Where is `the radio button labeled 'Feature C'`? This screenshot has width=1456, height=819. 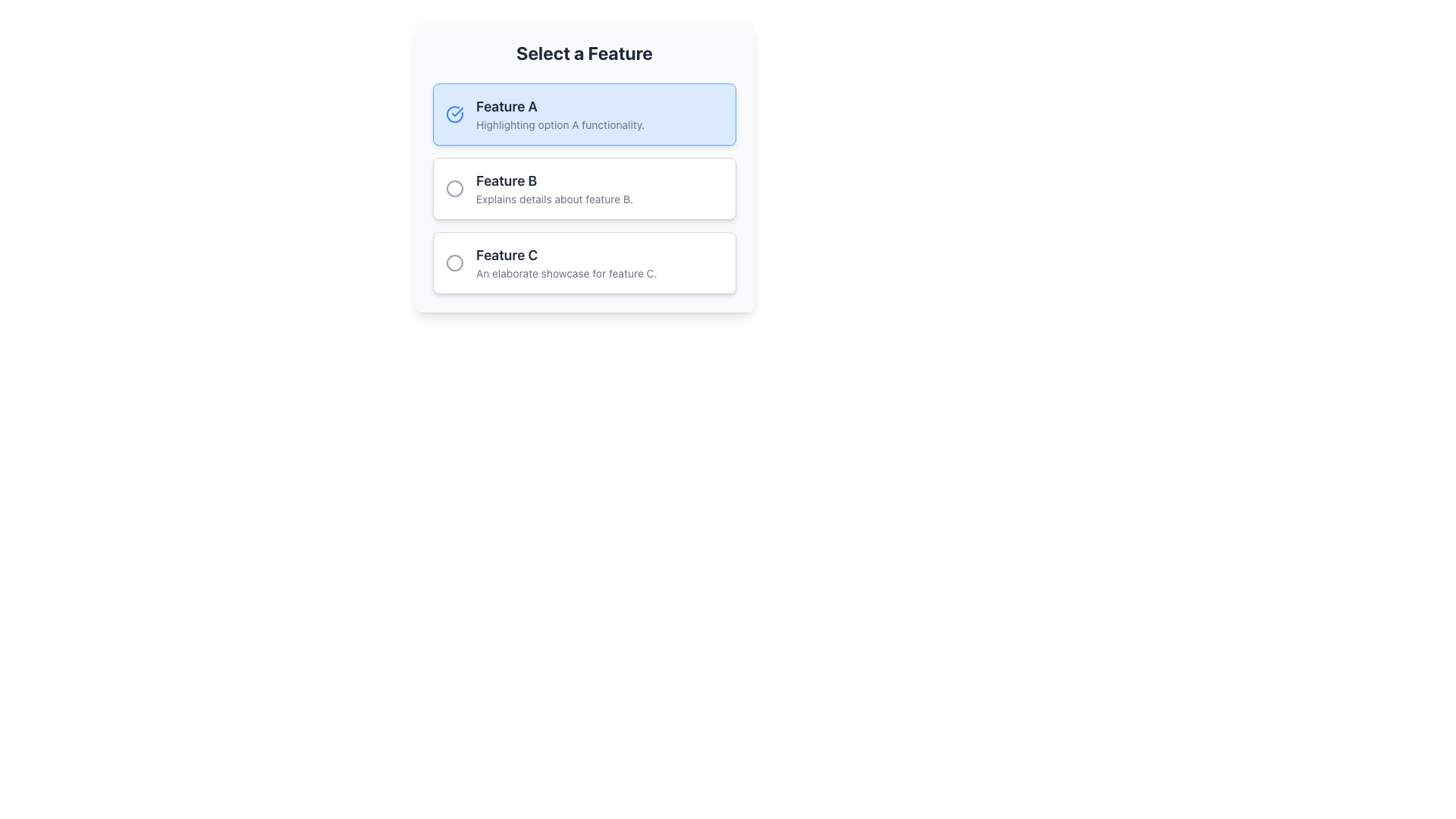
the radio button labeled 'Feature C' is located at coordinates (584, 262).